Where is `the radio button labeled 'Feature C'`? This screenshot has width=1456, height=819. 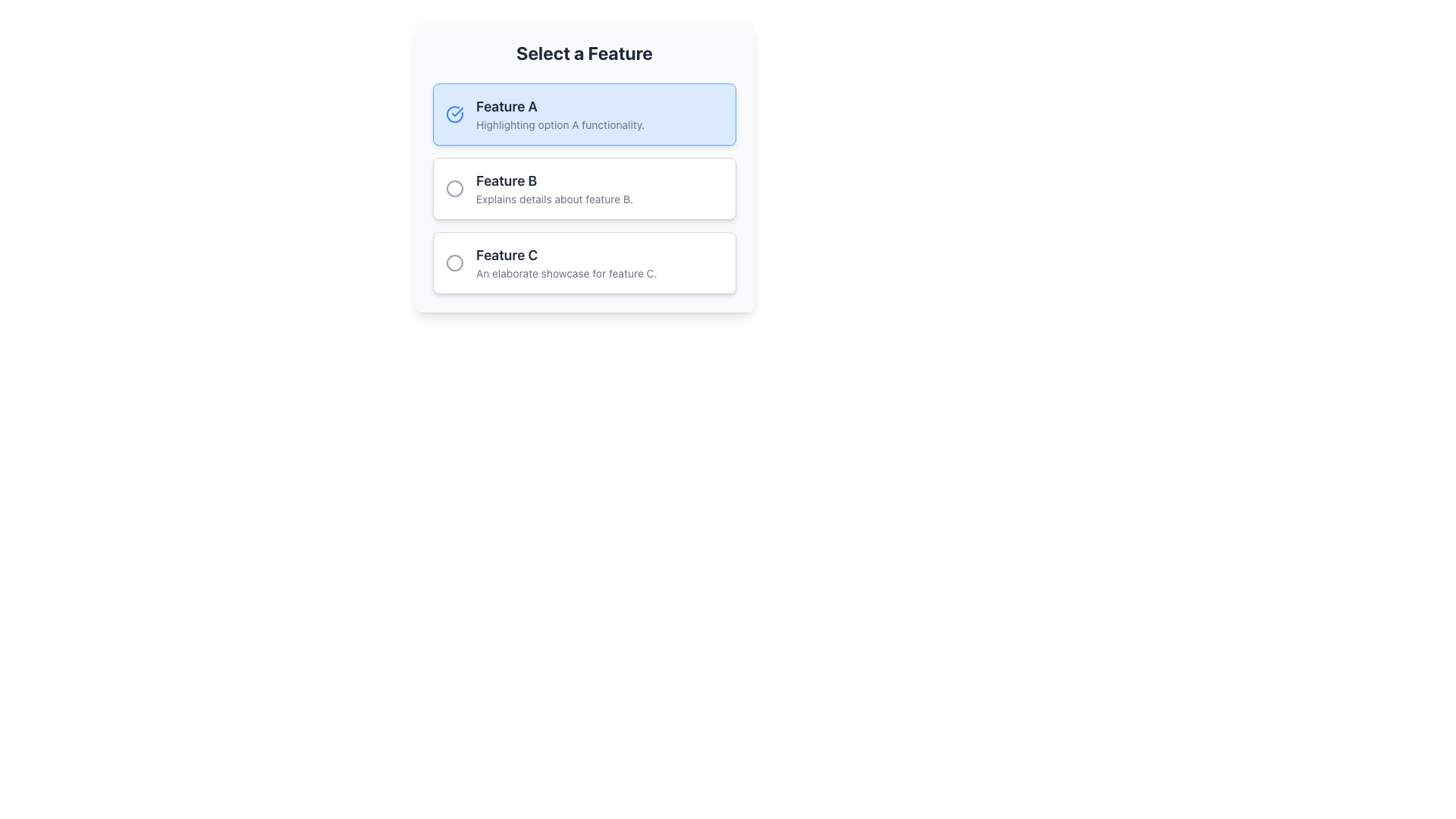
the radio button labeled 'Feature C' is located at coordinates (584, 262).